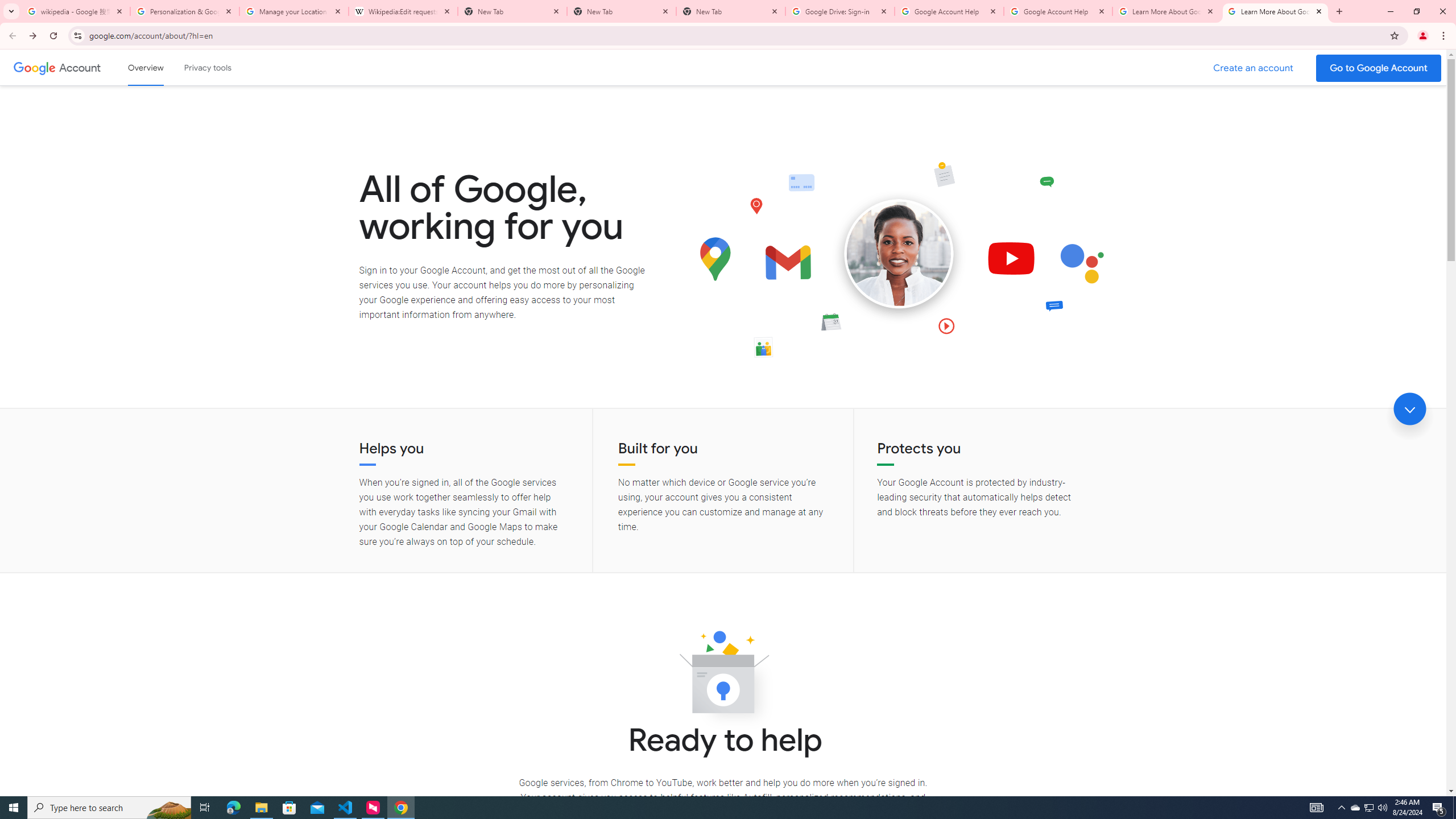 The image size is (1456, 819). Describe the element at coordinates (1379, 68) in the screenshot. I see `'Go to your Google Account'` at that location.